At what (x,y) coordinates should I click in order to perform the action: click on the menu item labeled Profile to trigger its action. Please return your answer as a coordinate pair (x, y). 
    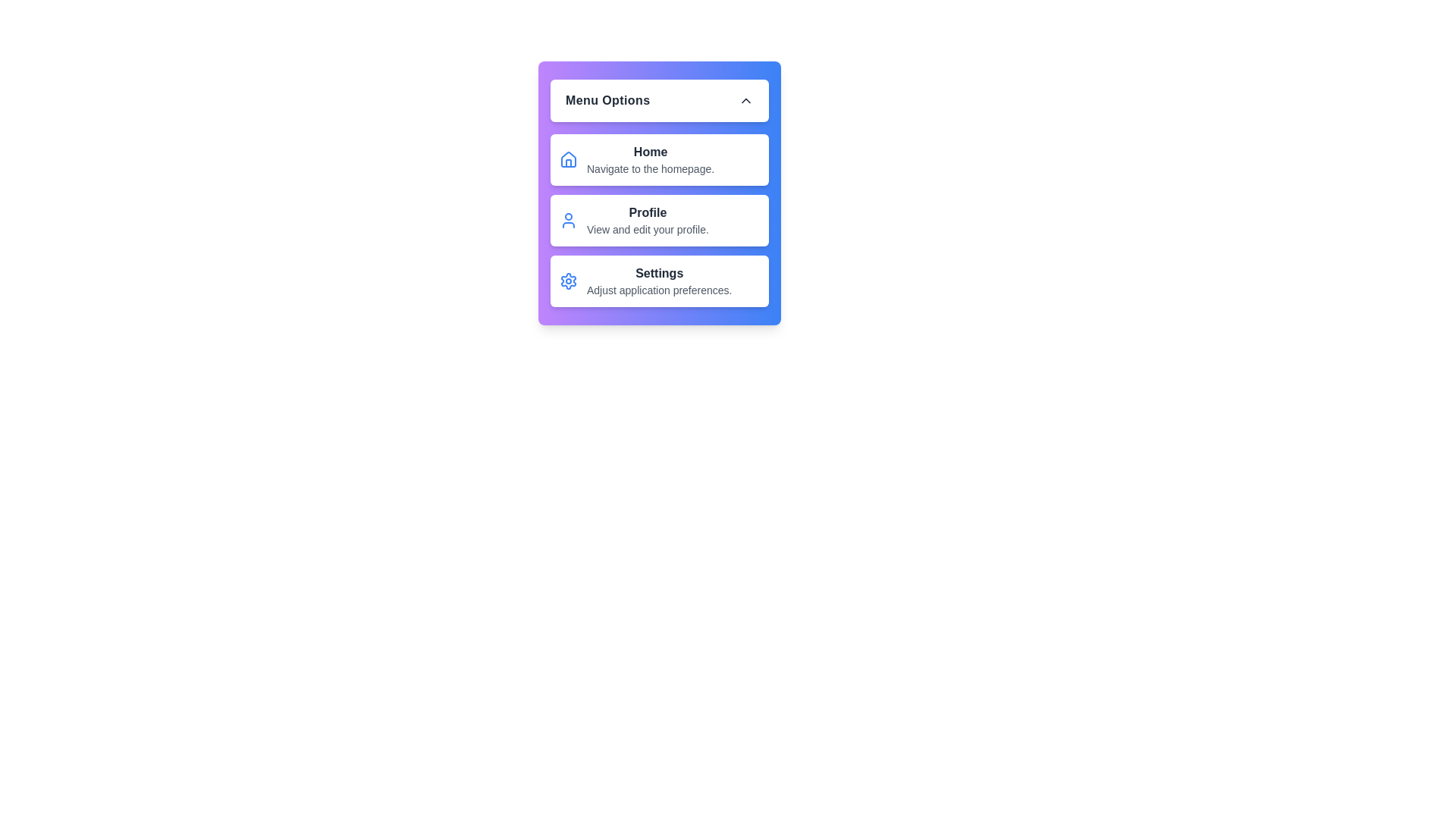
    Looking at the image, I should click on (659, 220).